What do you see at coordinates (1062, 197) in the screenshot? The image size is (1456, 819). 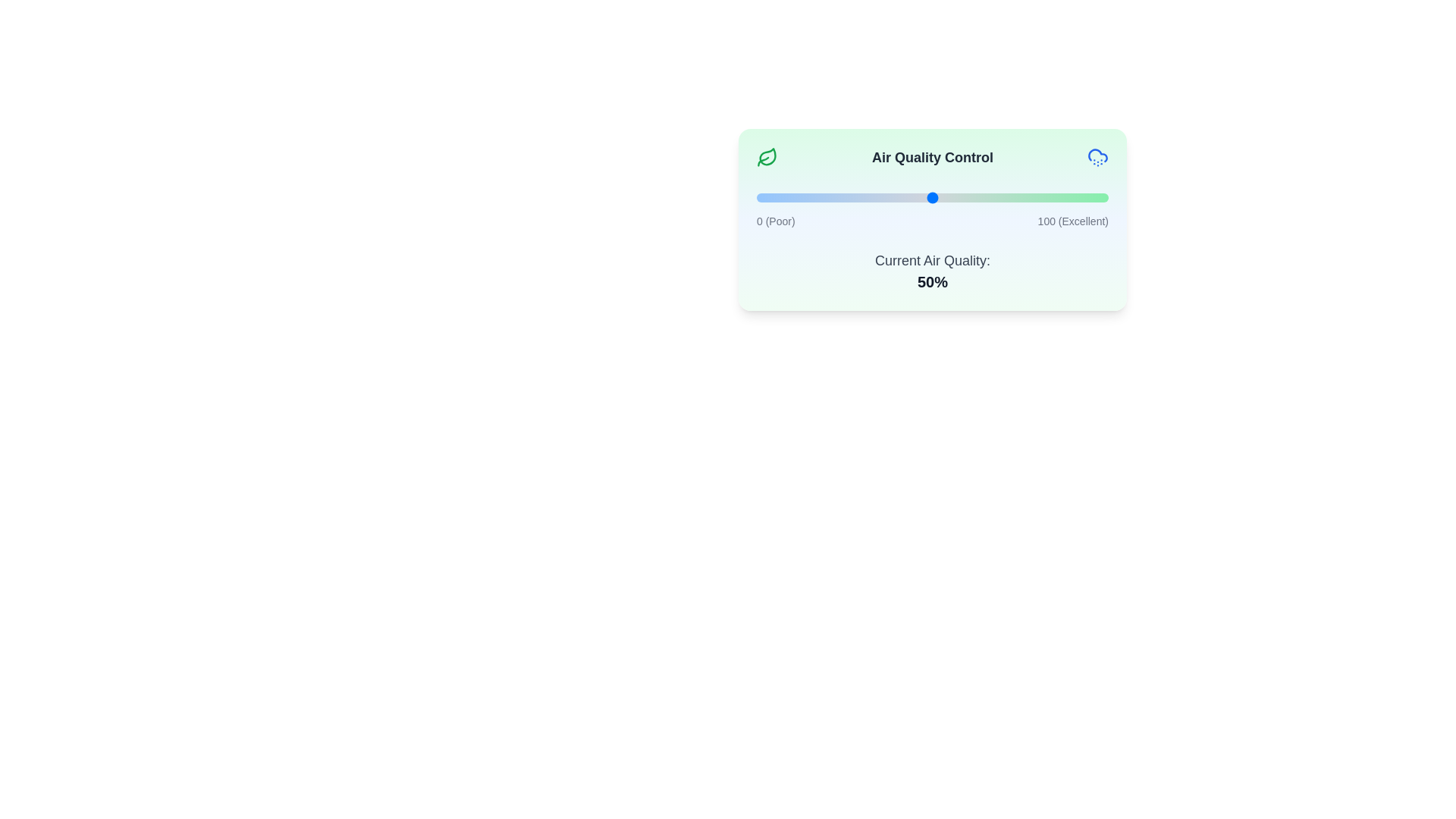 I see `the air quality slider to 87%` at bounding box center [1062, 197].